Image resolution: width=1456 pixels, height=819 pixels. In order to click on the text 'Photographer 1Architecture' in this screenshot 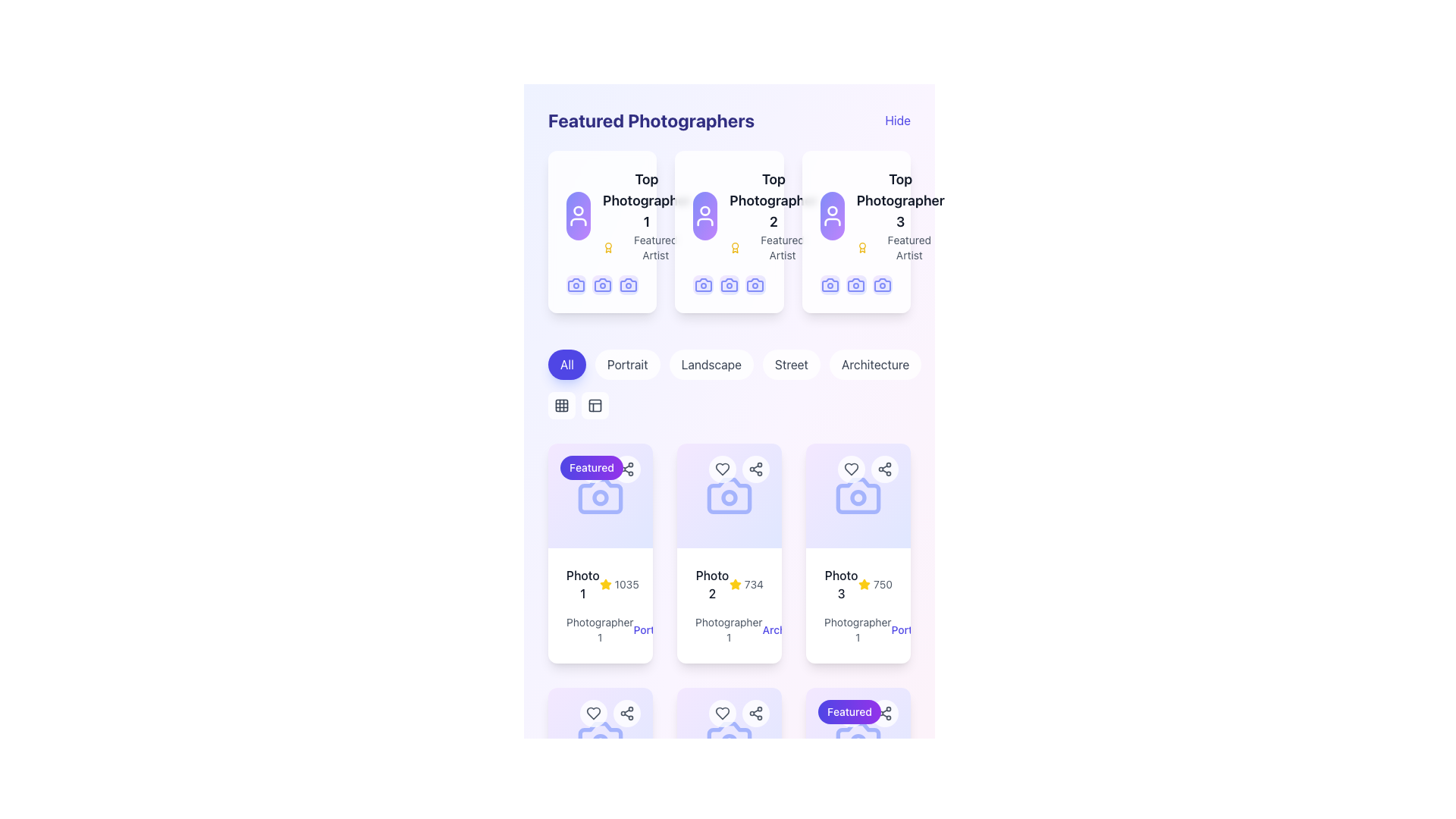, I will do `click(729, 629)`.